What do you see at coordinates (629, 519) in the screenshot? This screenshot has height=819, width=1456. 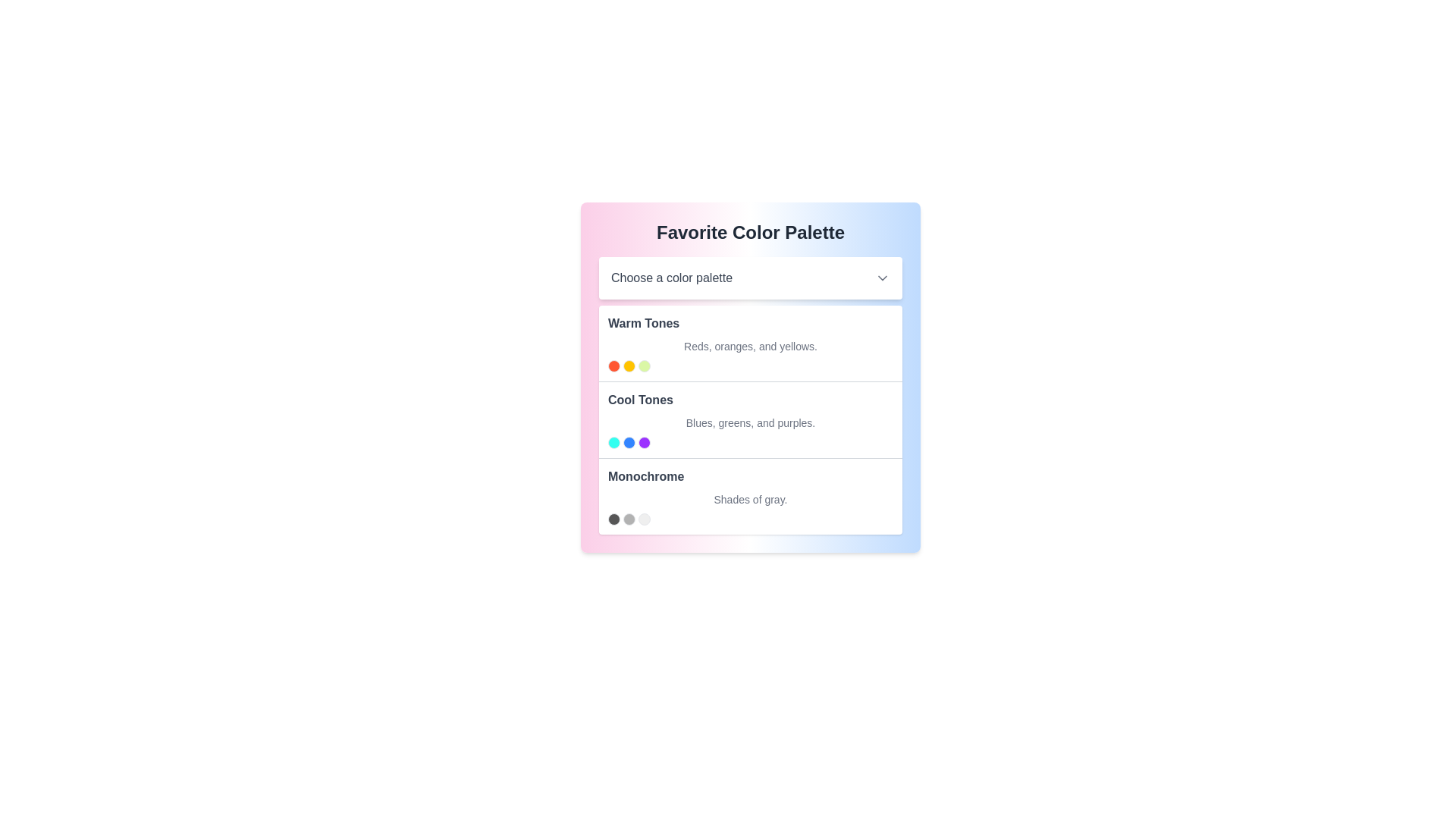 I see `the second circular selectable color option in the Monochrome section` at bounding box center [629, 519].